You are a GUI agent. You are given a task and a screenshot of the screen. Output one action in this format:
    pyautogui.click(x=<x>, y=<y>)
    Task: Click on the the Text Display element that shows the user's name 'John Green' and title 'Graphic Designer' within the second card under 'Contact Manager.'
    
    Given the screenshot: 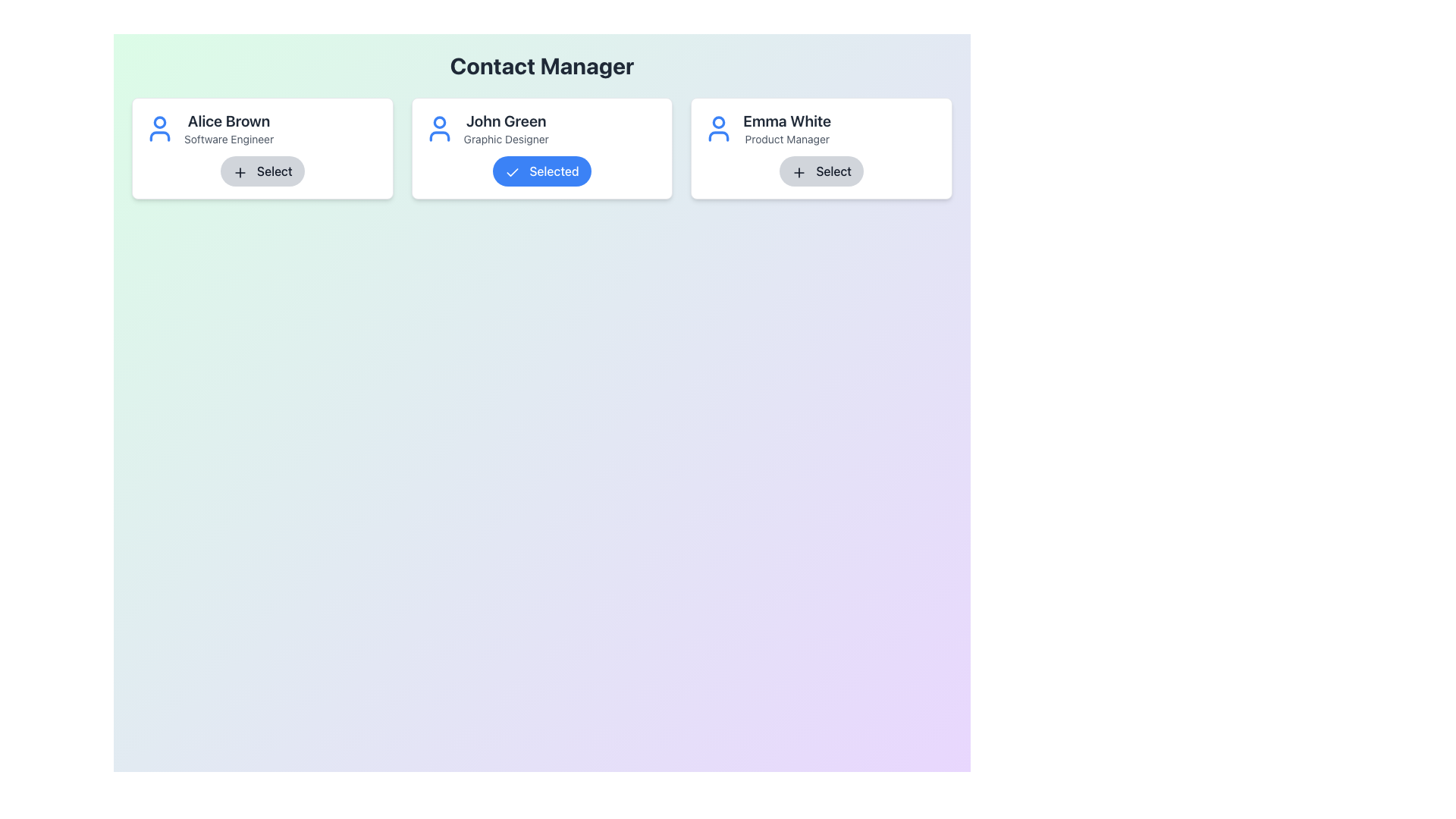 What is the action you would take?
    pyautogui.click(x=506, y=127)
    